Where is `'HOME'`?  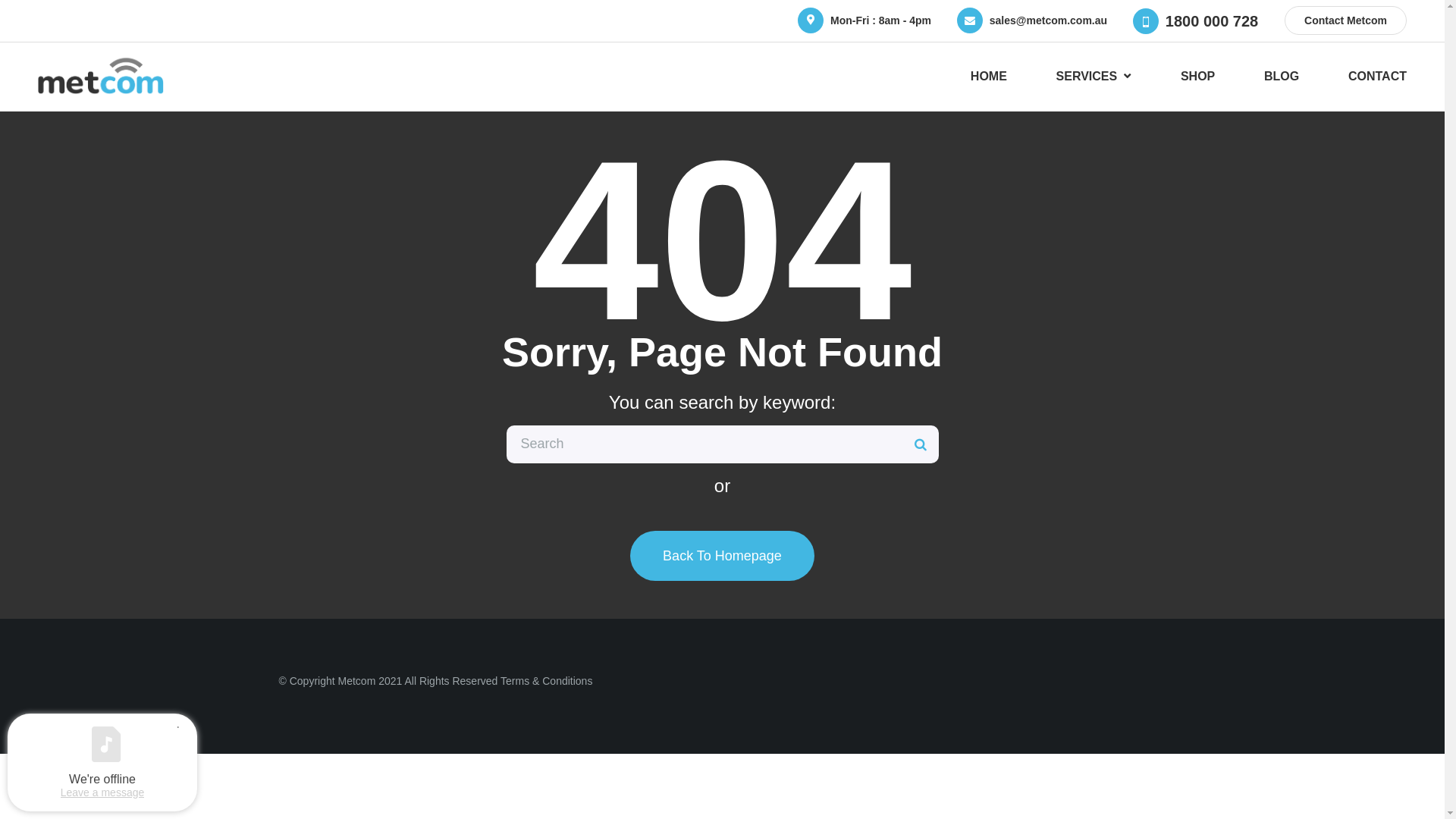
'HOME' is located at coordinates (971, 76).